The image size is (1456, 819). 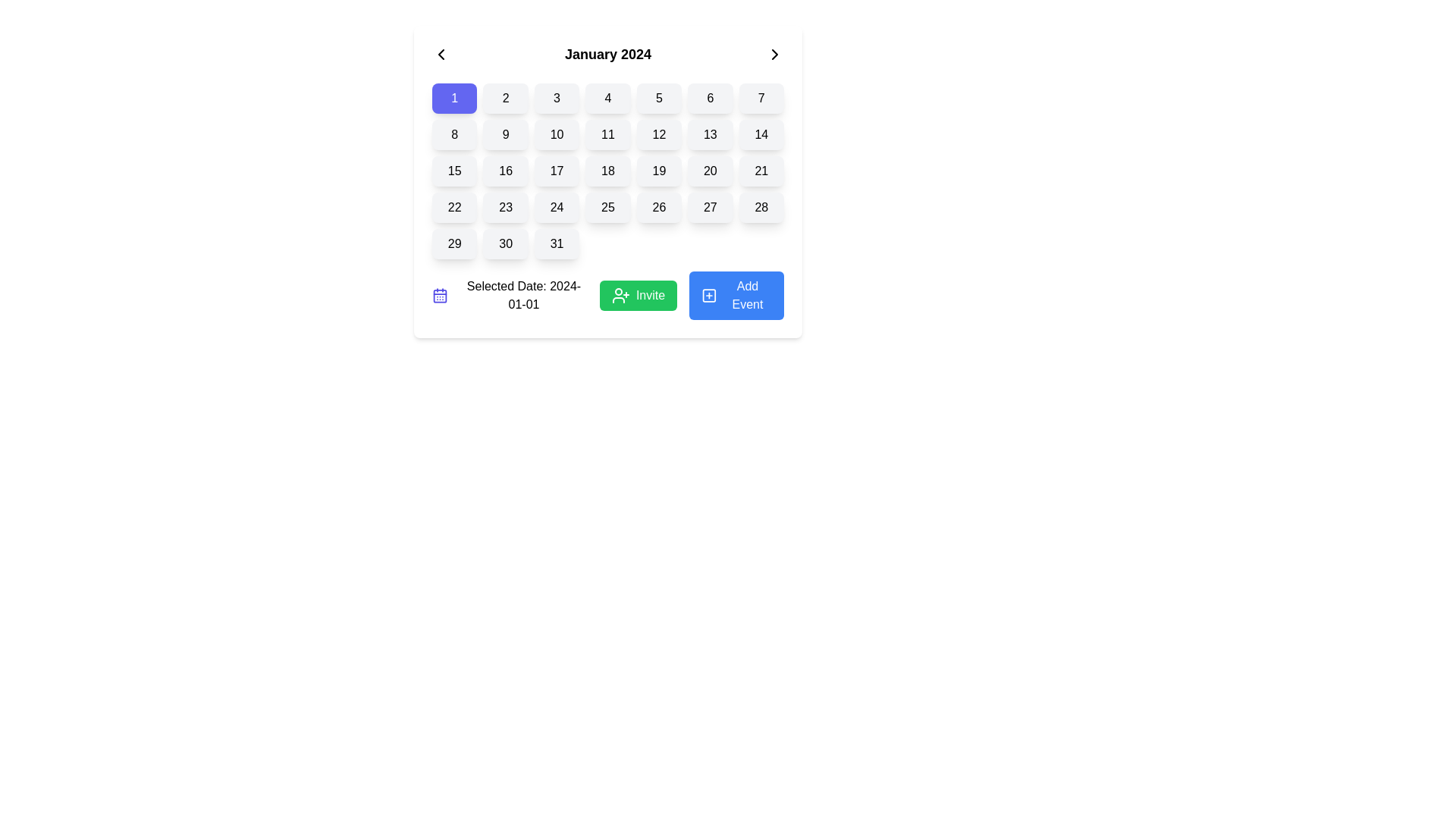 What do you see at coordinates (708, 295) in the screenshot?
I see `the decorative rectangular component with rounded corners located in the lower-right corner of the 'Add Event' button` at bounding box center [708, 295].